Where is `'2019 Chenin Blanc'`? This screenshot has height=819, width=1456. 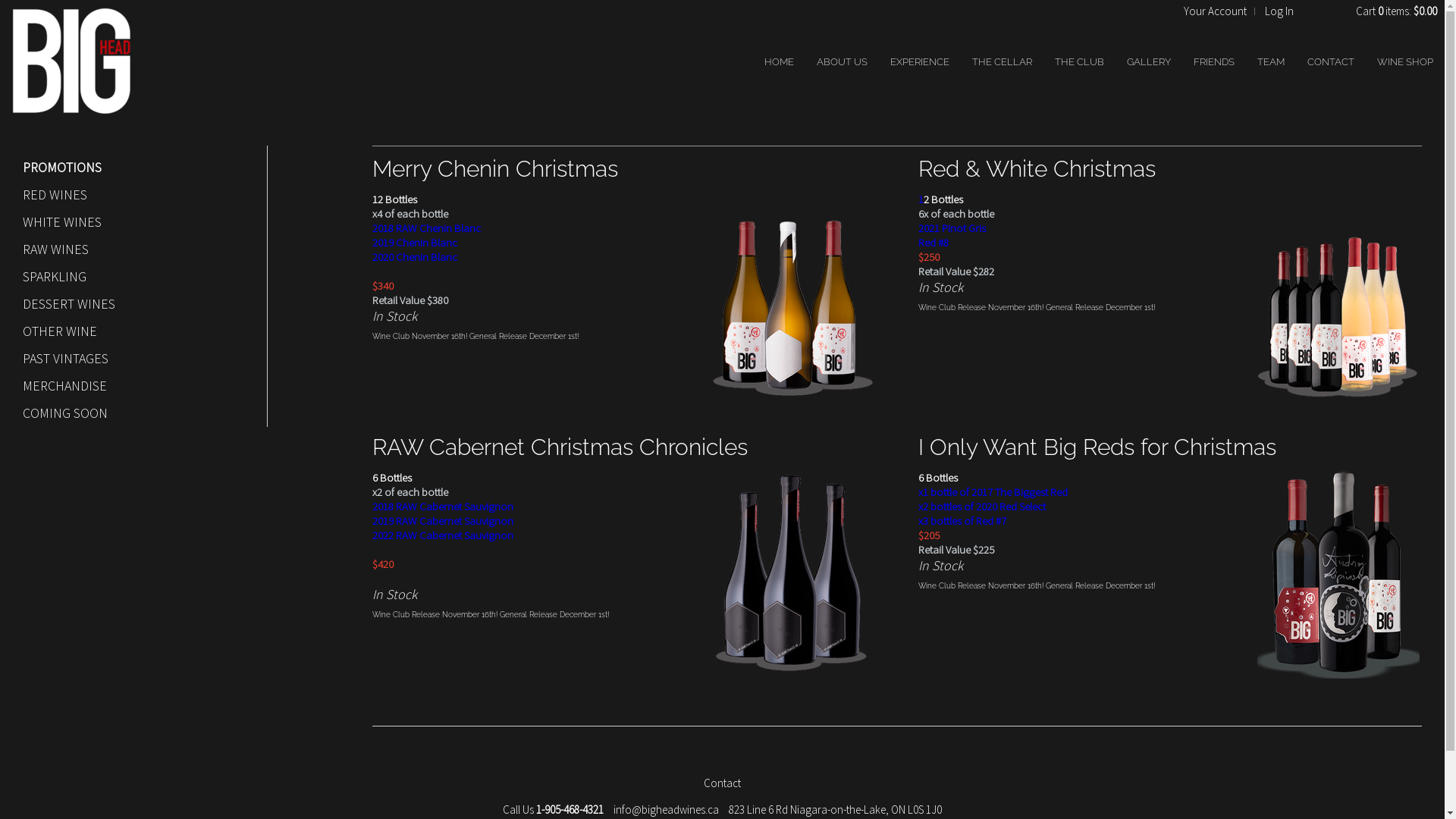 '2019 Chenin Blanc' is located at coordinates (372, 241).